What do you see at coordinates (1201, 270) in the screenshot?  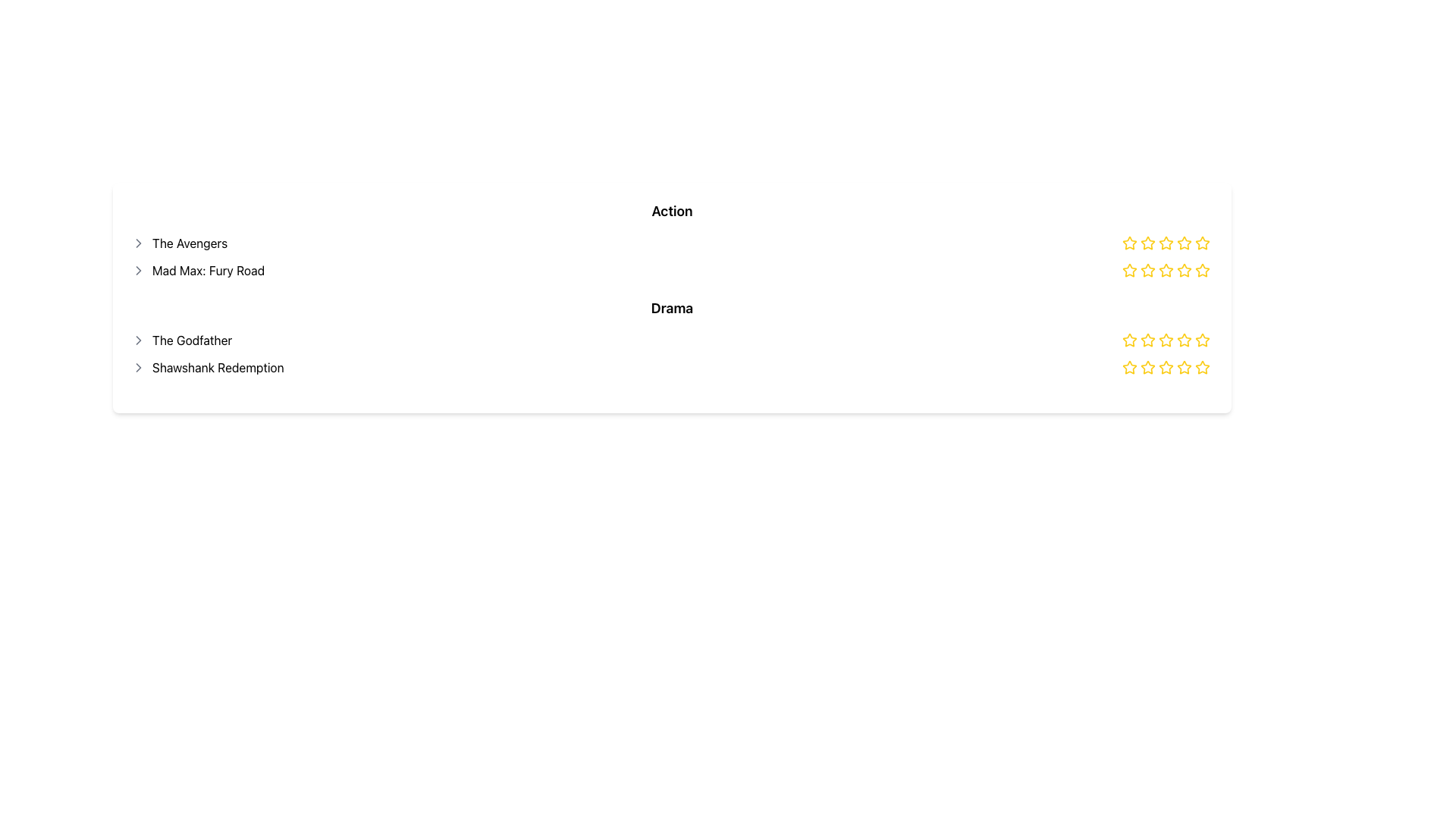 I see `the fourth star in the rating component for the movie 'Mad Max: Fury Road'` at bounding box center [1201, 270].